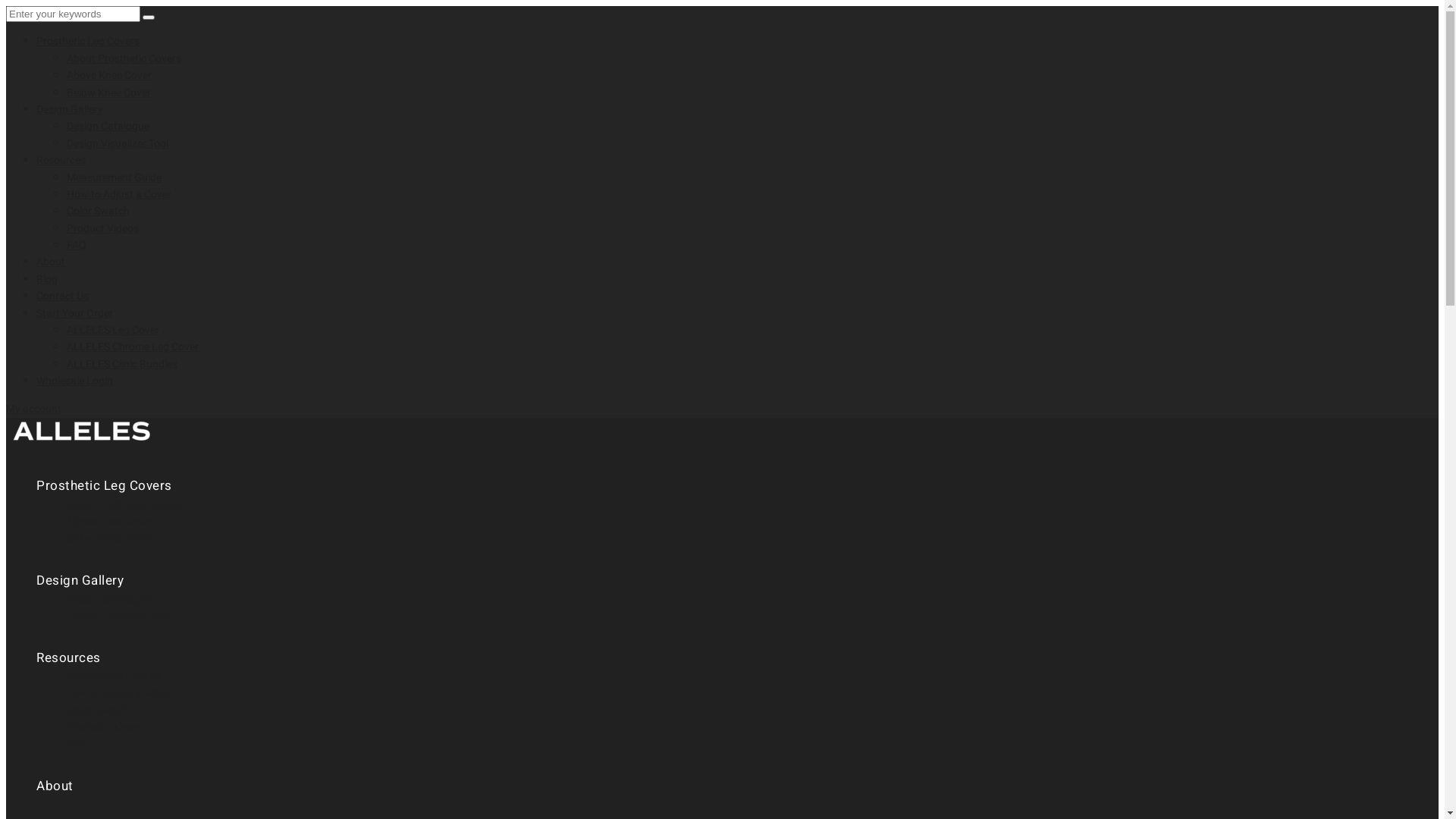 This screenshot has width=1456, height=819. What do you see at coordinates (65, 347) in the screenshot?
I see `'ALLELES Chrome Leg Cover'` at bounding box center [65, 347].